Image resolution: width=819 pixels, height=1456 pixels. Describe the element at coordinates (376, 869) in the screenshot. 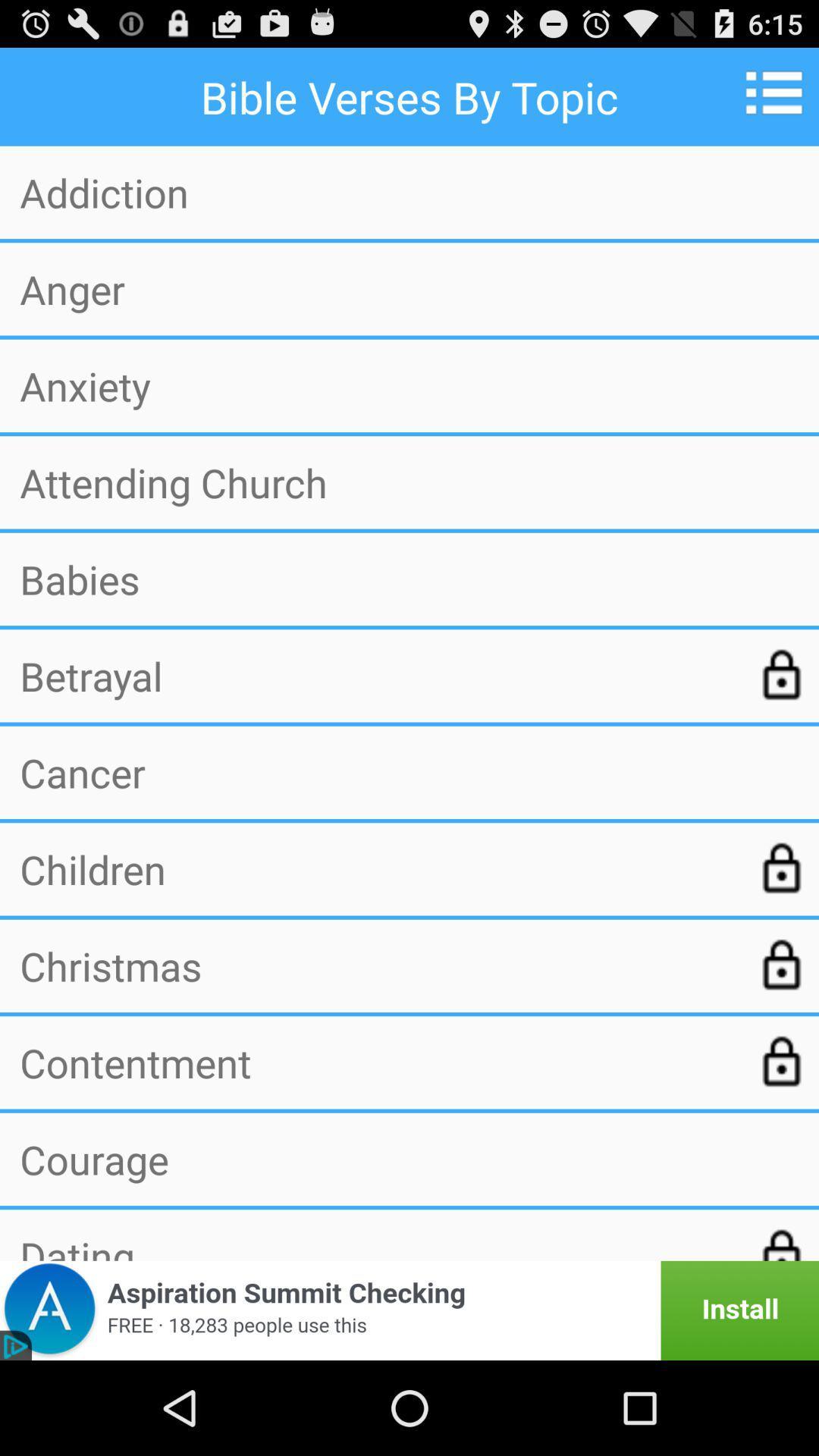

I see `icon above the christmas` at that location.